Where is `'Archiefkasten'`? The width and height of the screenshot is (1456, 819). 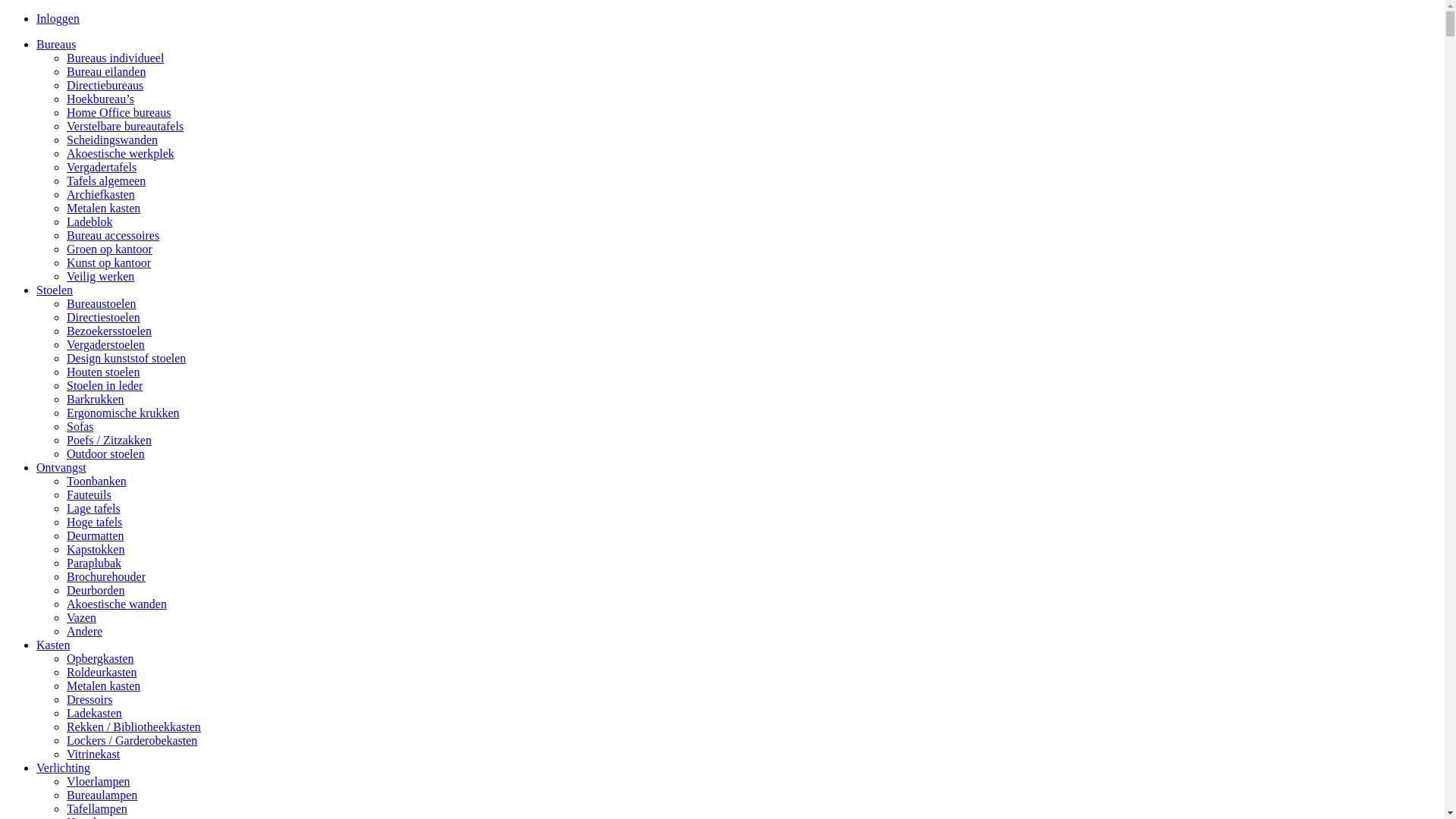
'Archiefkasten' is located at coordinates (65, 193).